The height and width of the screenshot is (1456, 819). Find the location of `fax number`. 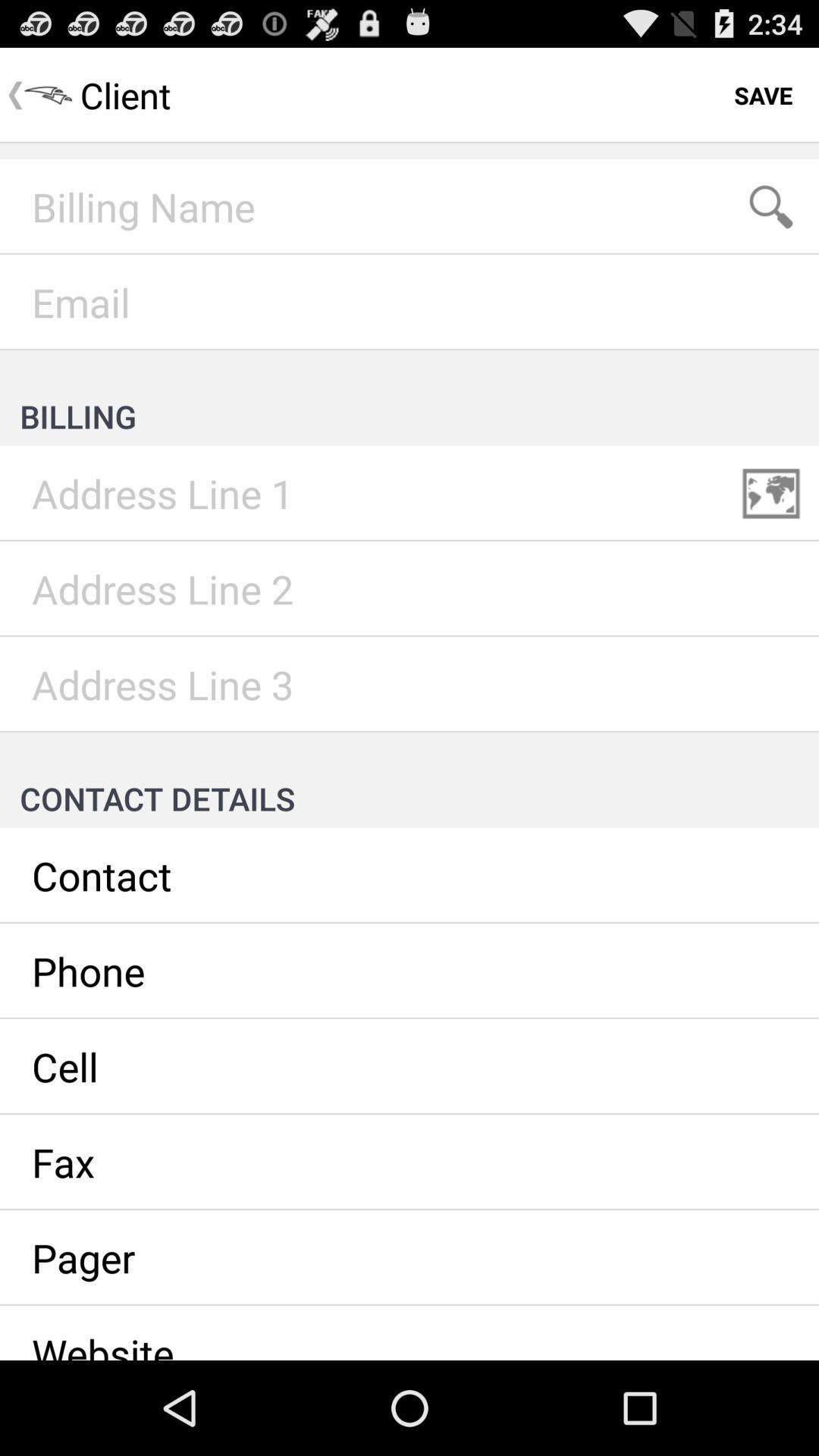

fax number is located at coordinates (409, 1161).